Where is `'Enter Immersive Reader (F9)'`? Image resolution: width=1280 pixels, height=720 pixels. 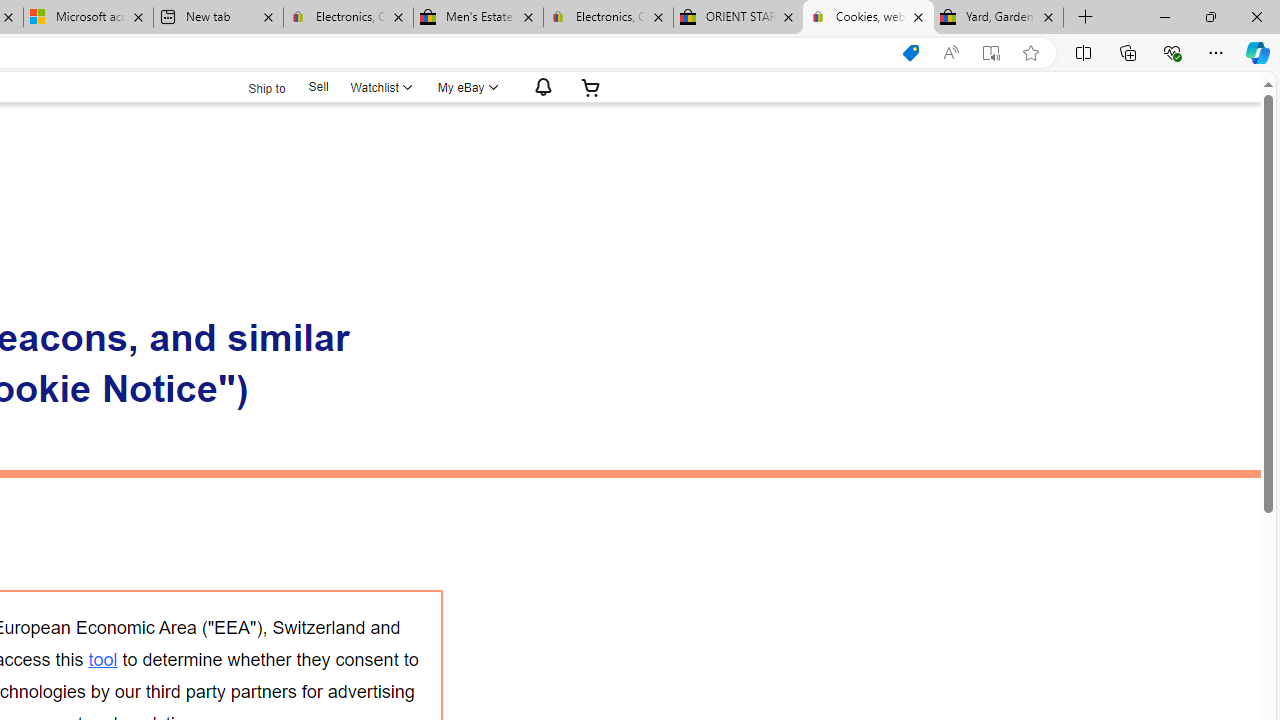 'Enter Immersive Reader (F9)' is located at coordinates (991, 52).